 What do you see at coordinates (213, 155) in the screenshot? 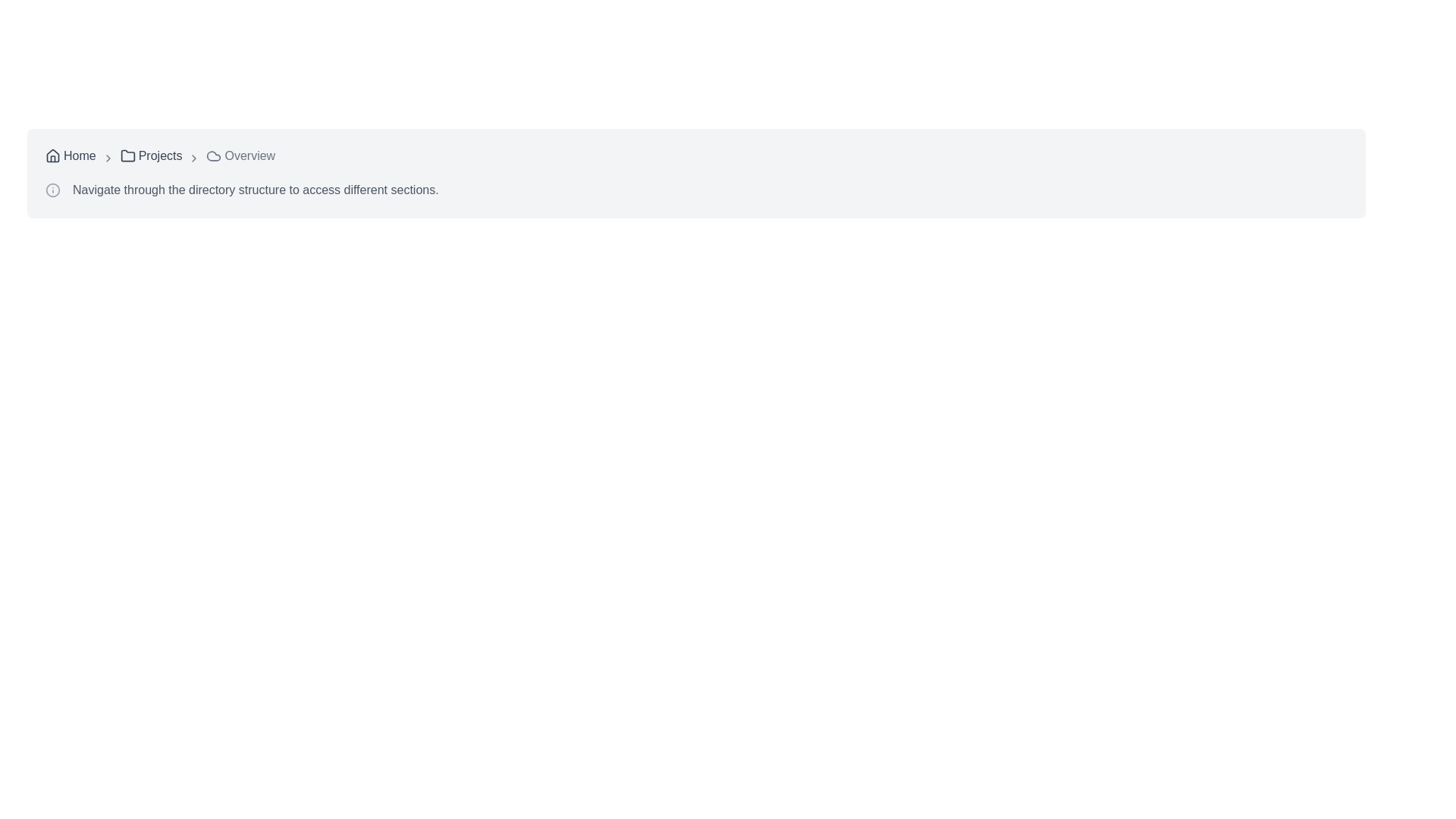
I see `the 'Overview' icon located left of the 'Overview' text in the breadcrumb navigation bar` at bounding box center [213, 155].